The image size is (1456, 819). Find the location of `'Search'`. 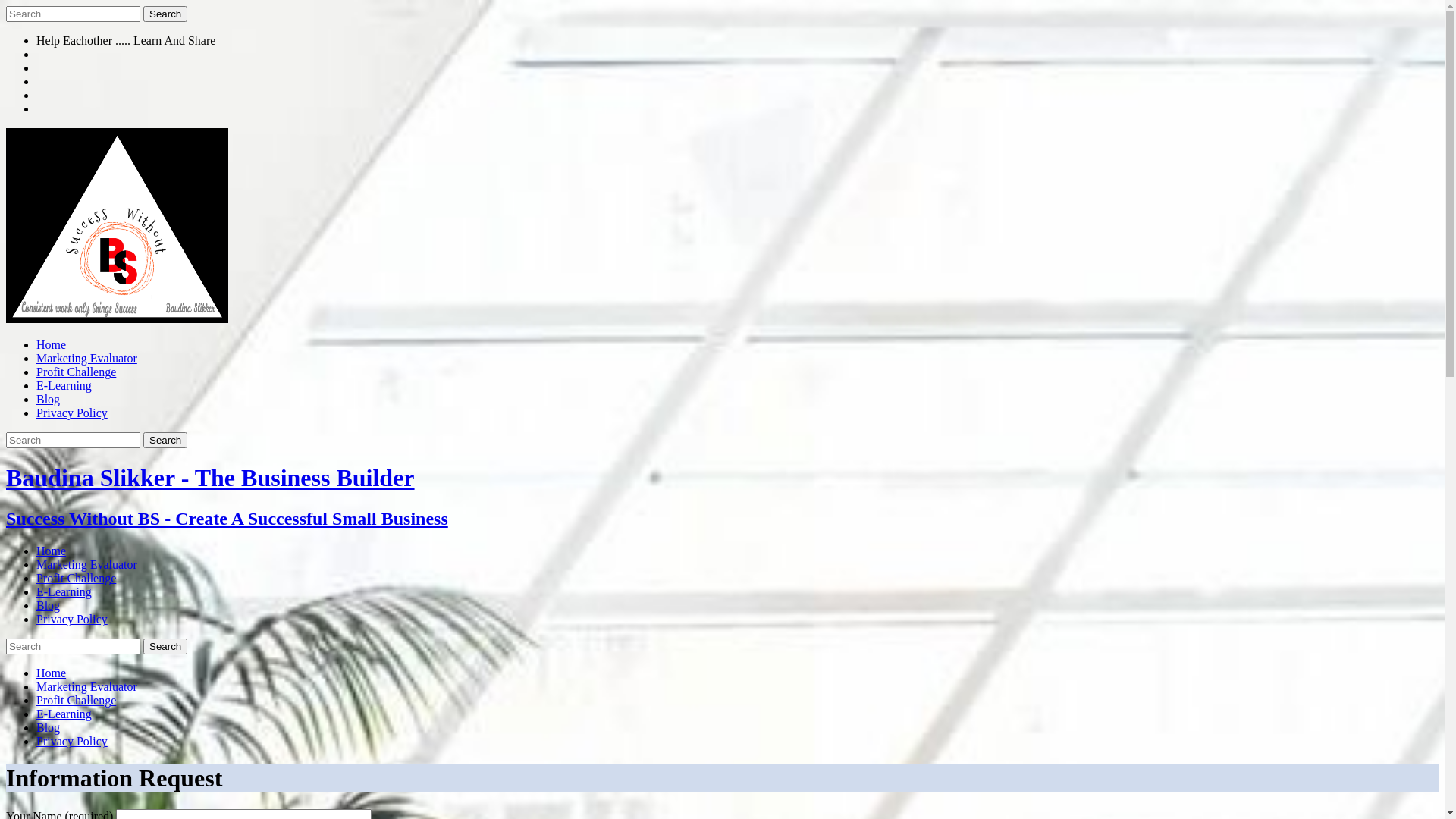

'Search' is located at coordinates (165, 14).